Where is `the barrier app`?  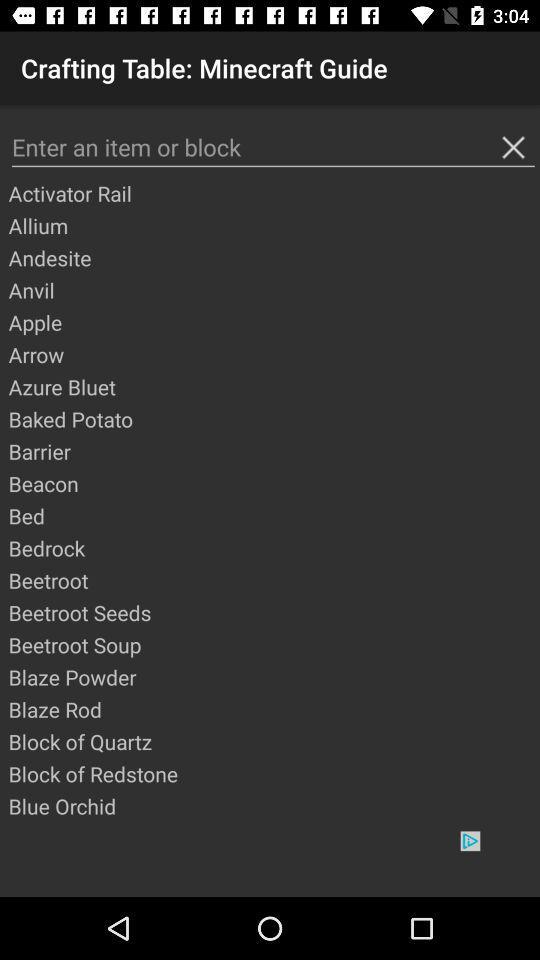
the barrier app is located at coordinates (272, 451).